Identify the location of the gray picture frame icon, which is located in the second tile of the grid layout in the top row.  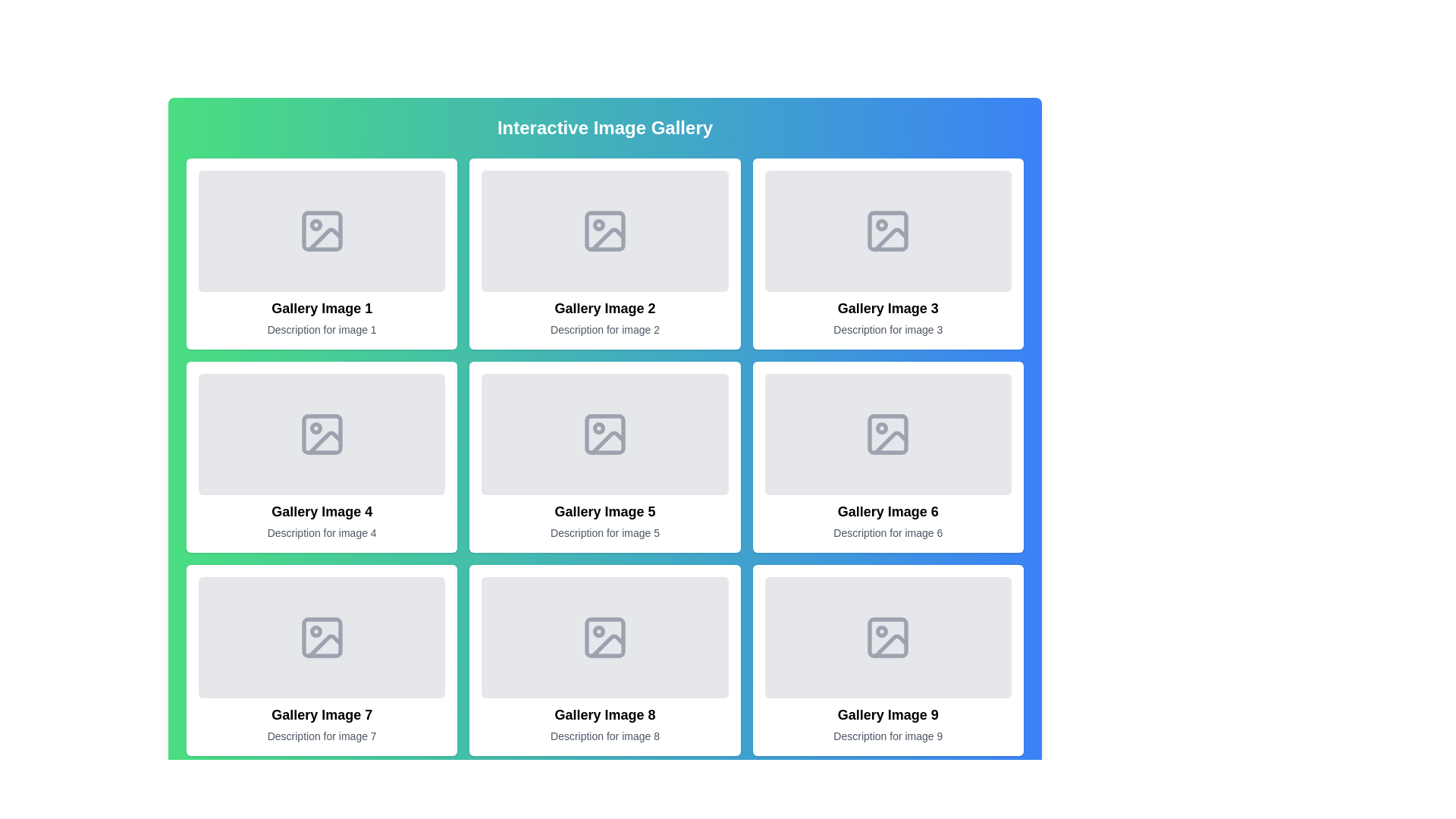
(604, 231).